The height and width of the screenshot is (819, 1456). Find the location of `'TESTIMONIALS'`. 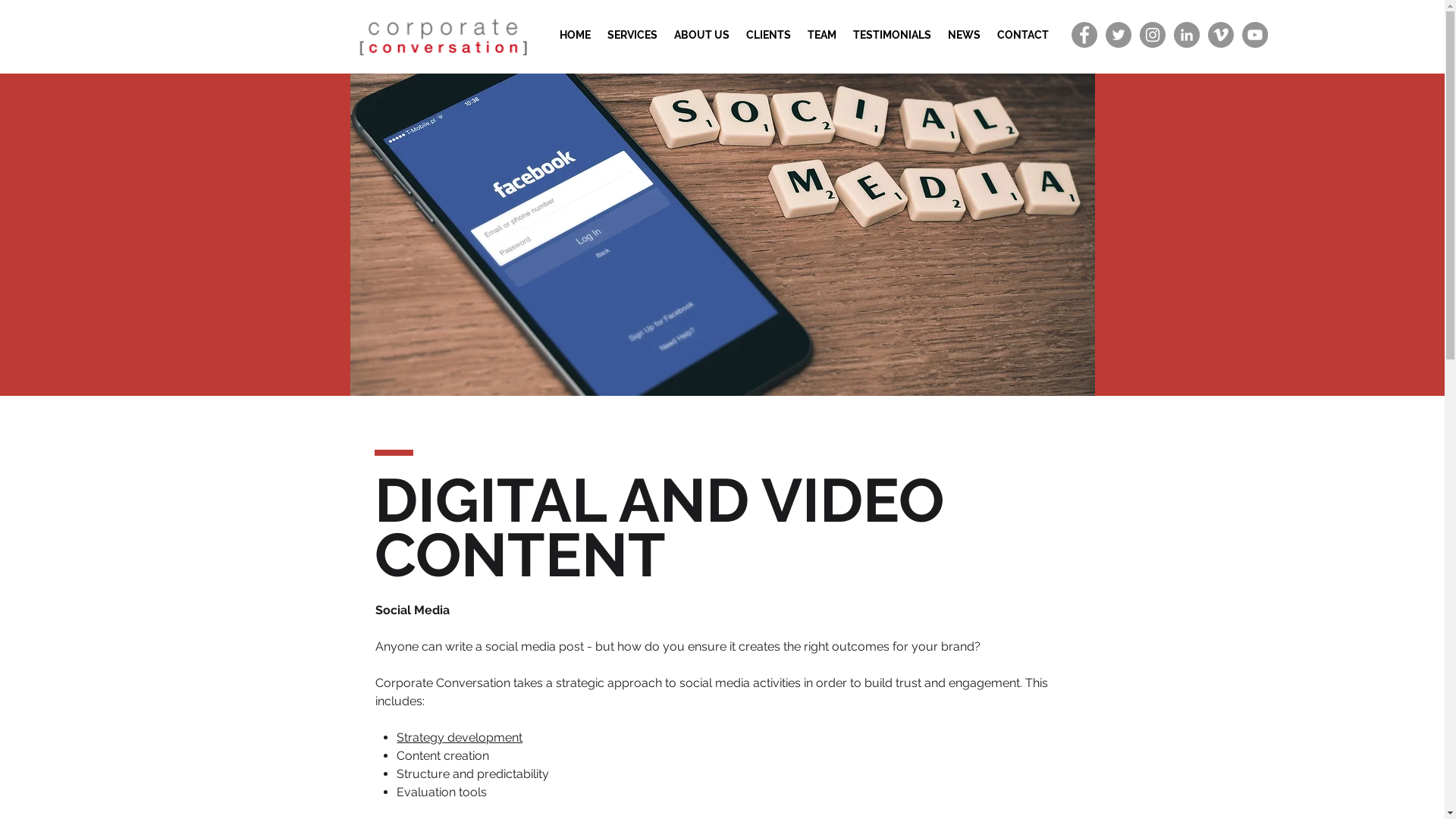

'TESTIMONIALS' is located at coordinates (892, 34).